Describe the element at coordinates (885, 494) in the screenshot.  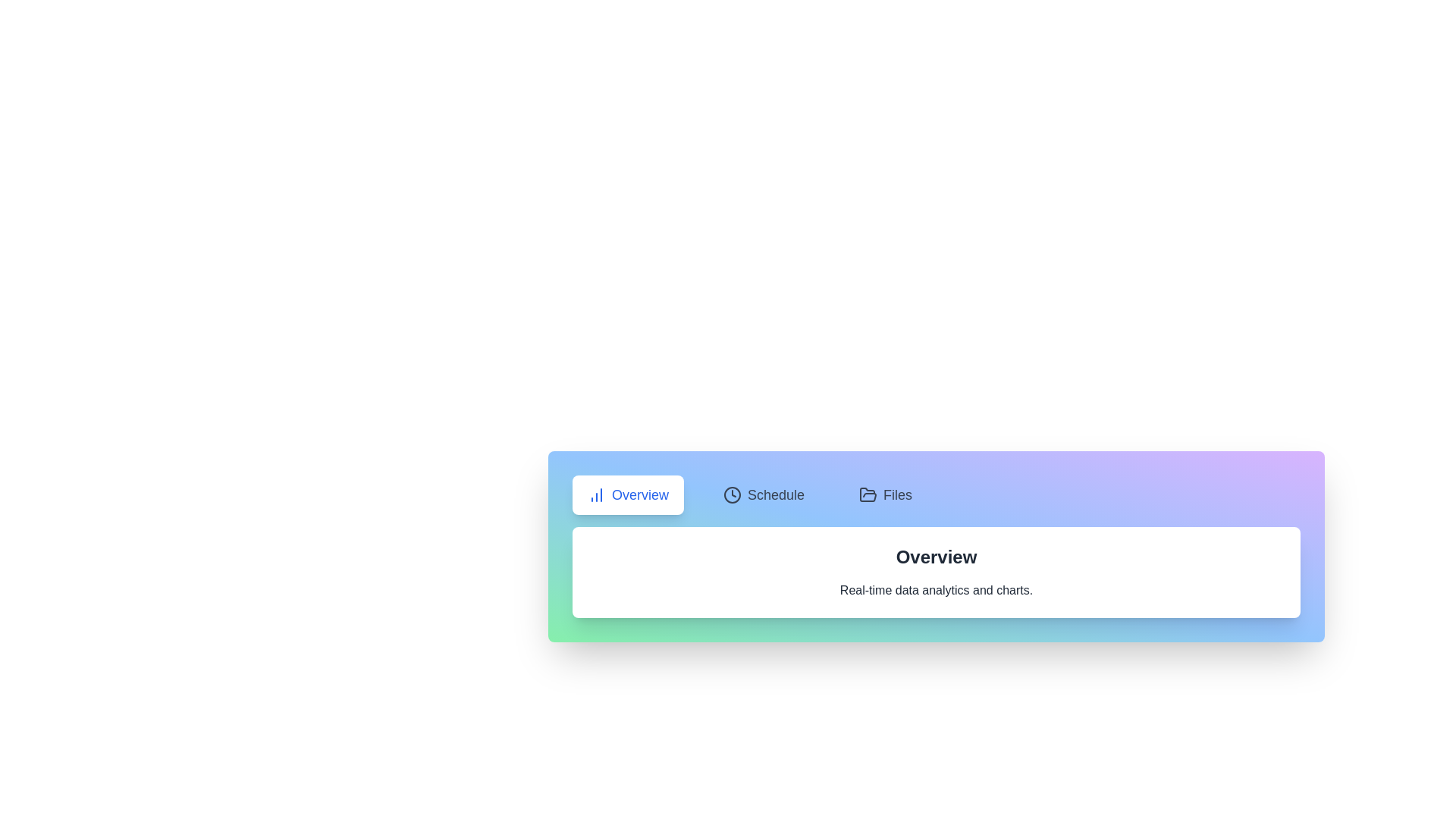
I see `the Files tab by clicking on its button` at that location.